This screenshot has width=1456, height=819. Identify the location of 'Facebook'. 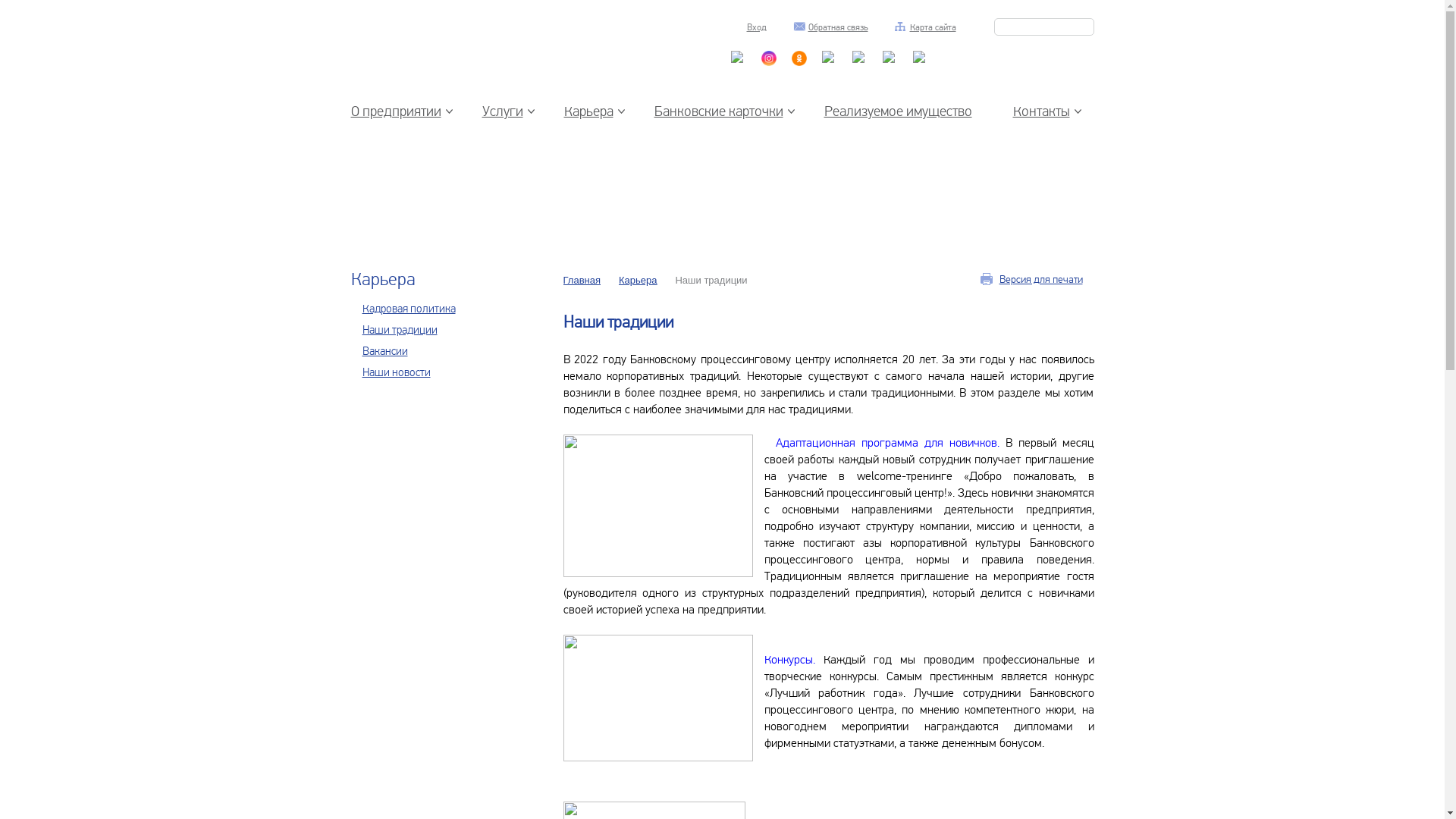
(859, 71).